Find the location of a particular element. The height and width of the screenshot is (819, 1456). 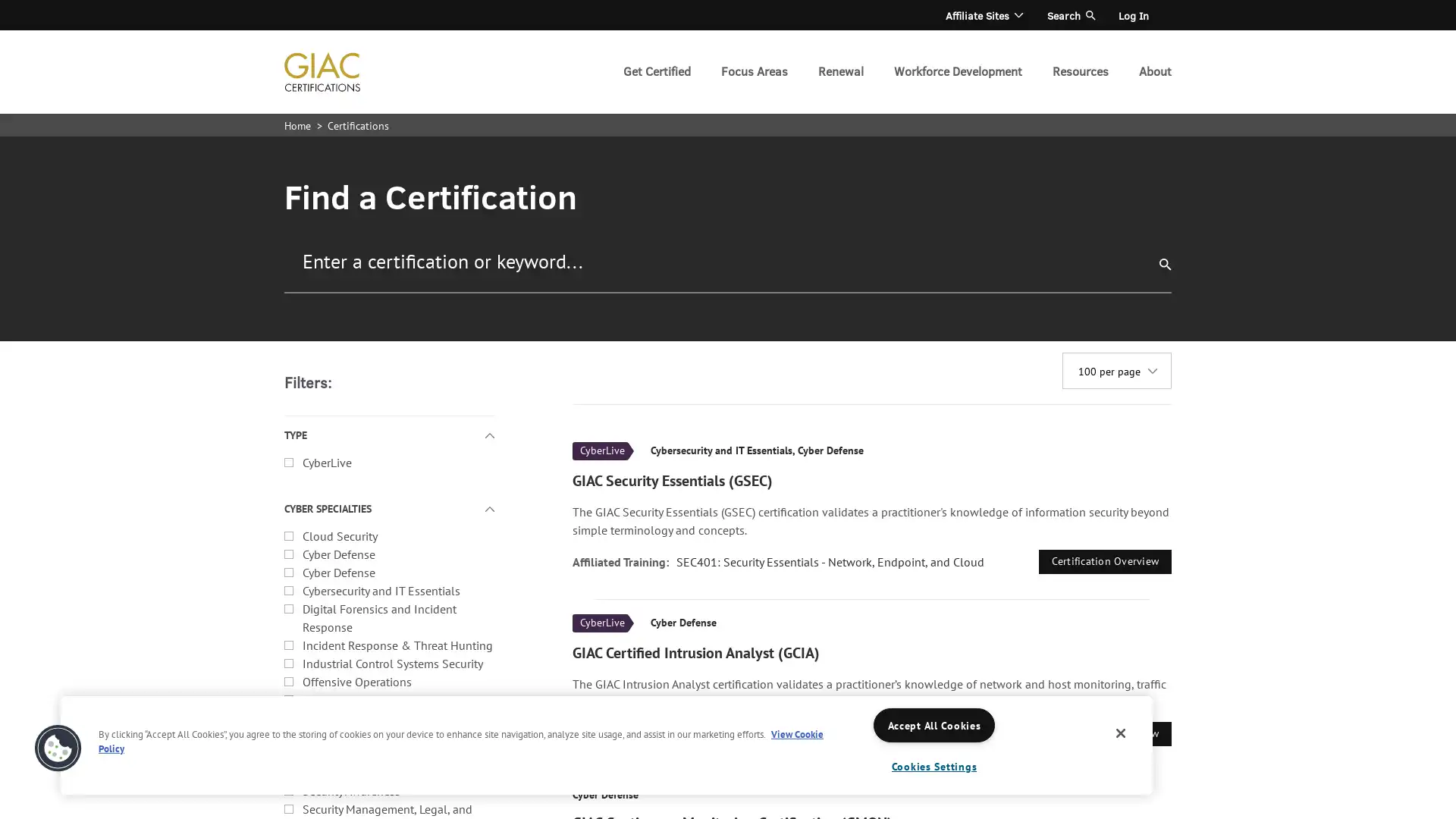

Accept All Cookies is located at coordinates (934, 724).